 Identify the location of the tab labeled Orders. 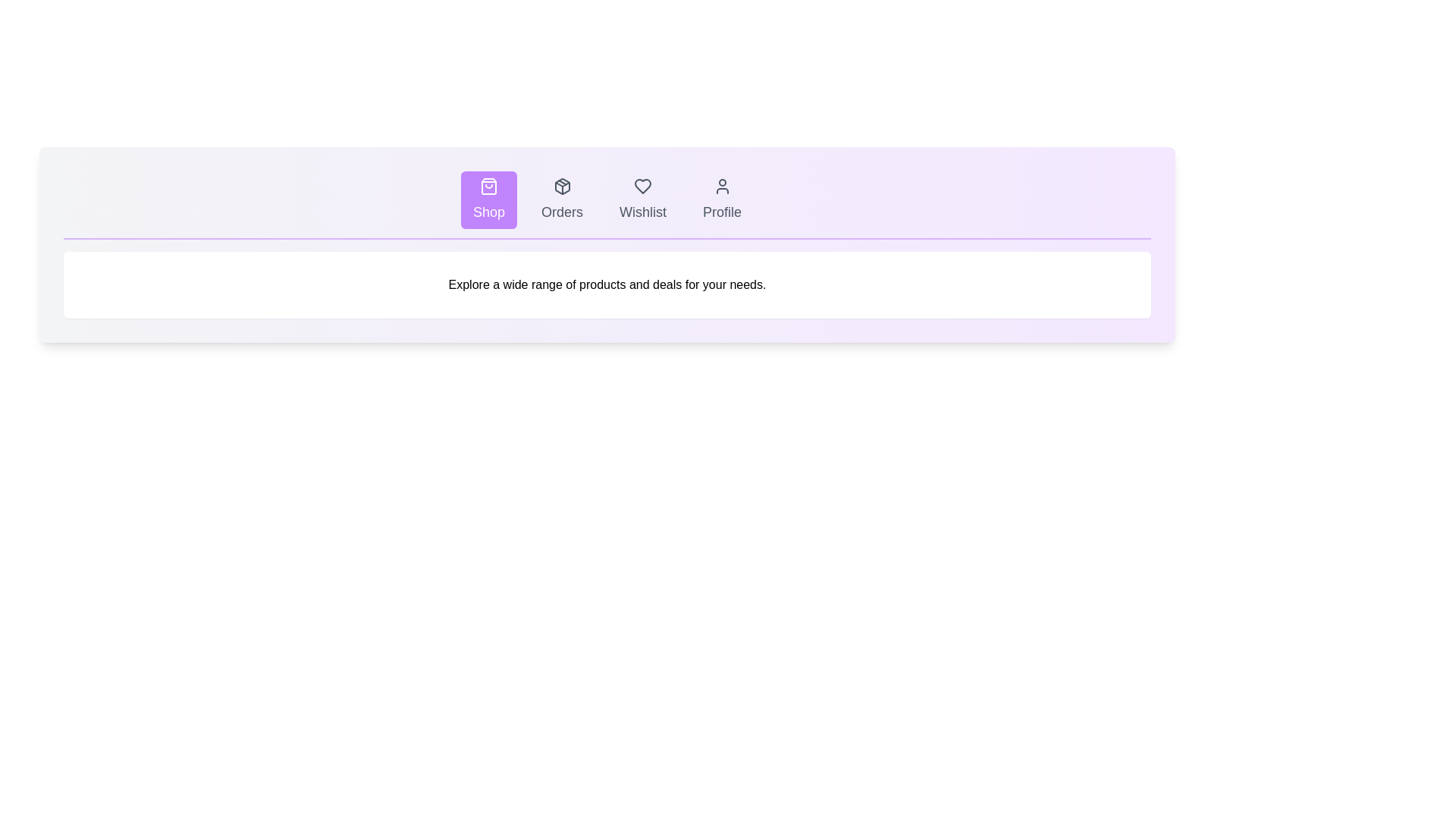
(561, 199).